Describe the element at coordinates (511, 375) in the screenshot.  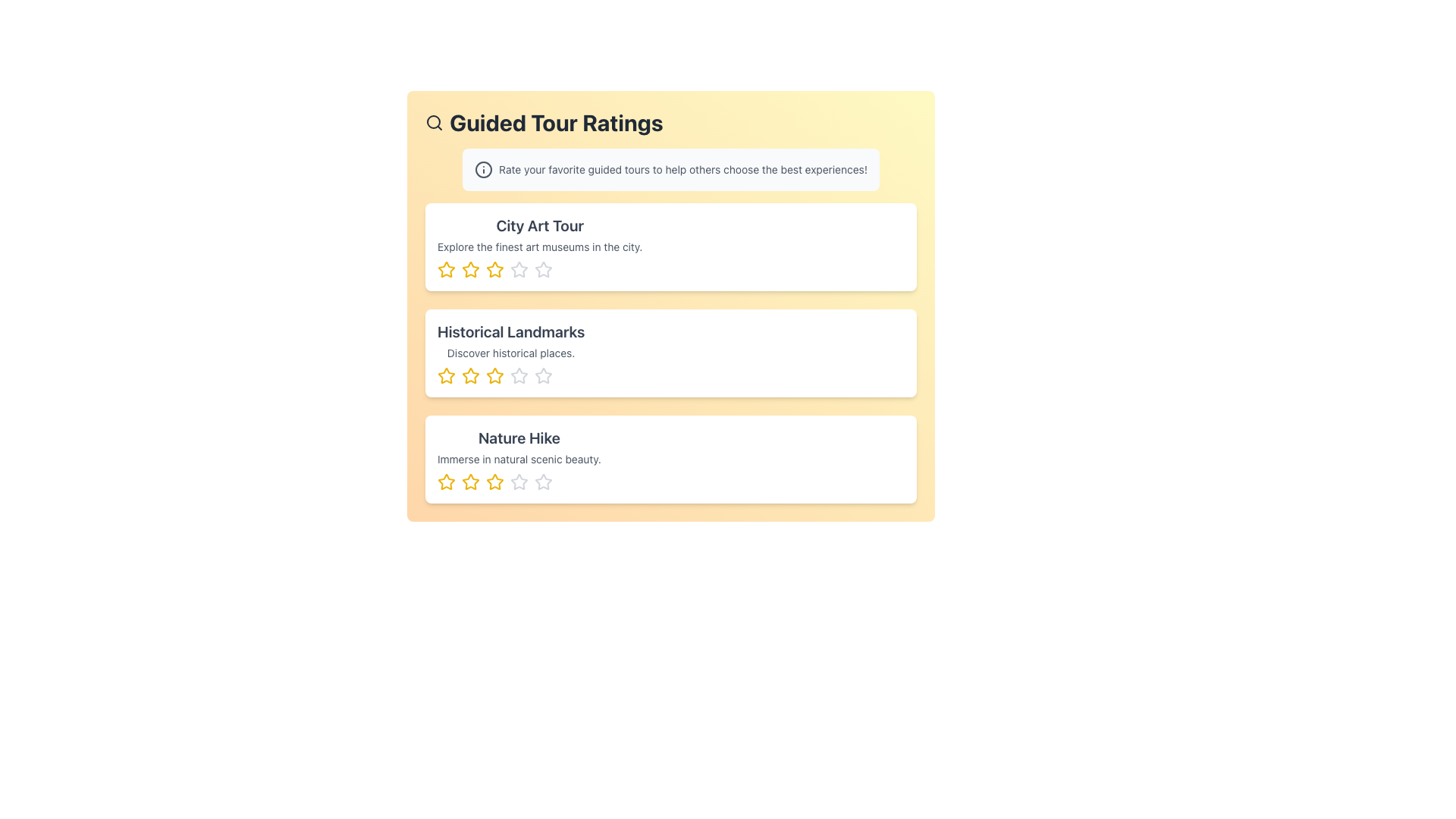
I see `the third star icon in the 'Historical Landmarks' section` at that location.